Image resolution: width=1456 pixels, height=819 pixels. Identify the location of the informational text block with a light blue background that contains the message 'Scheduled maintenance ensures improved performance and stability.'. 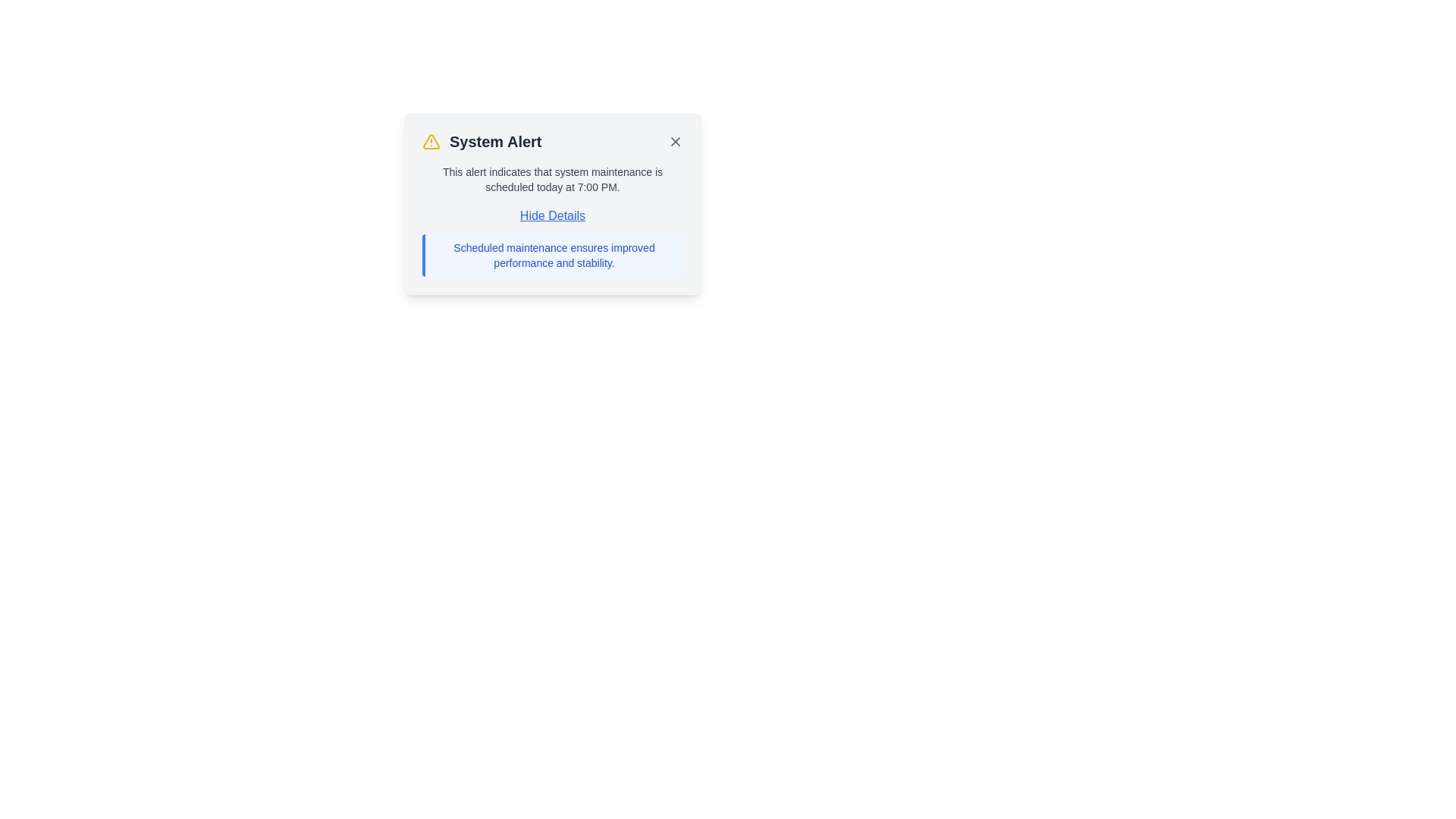
(552, 254).